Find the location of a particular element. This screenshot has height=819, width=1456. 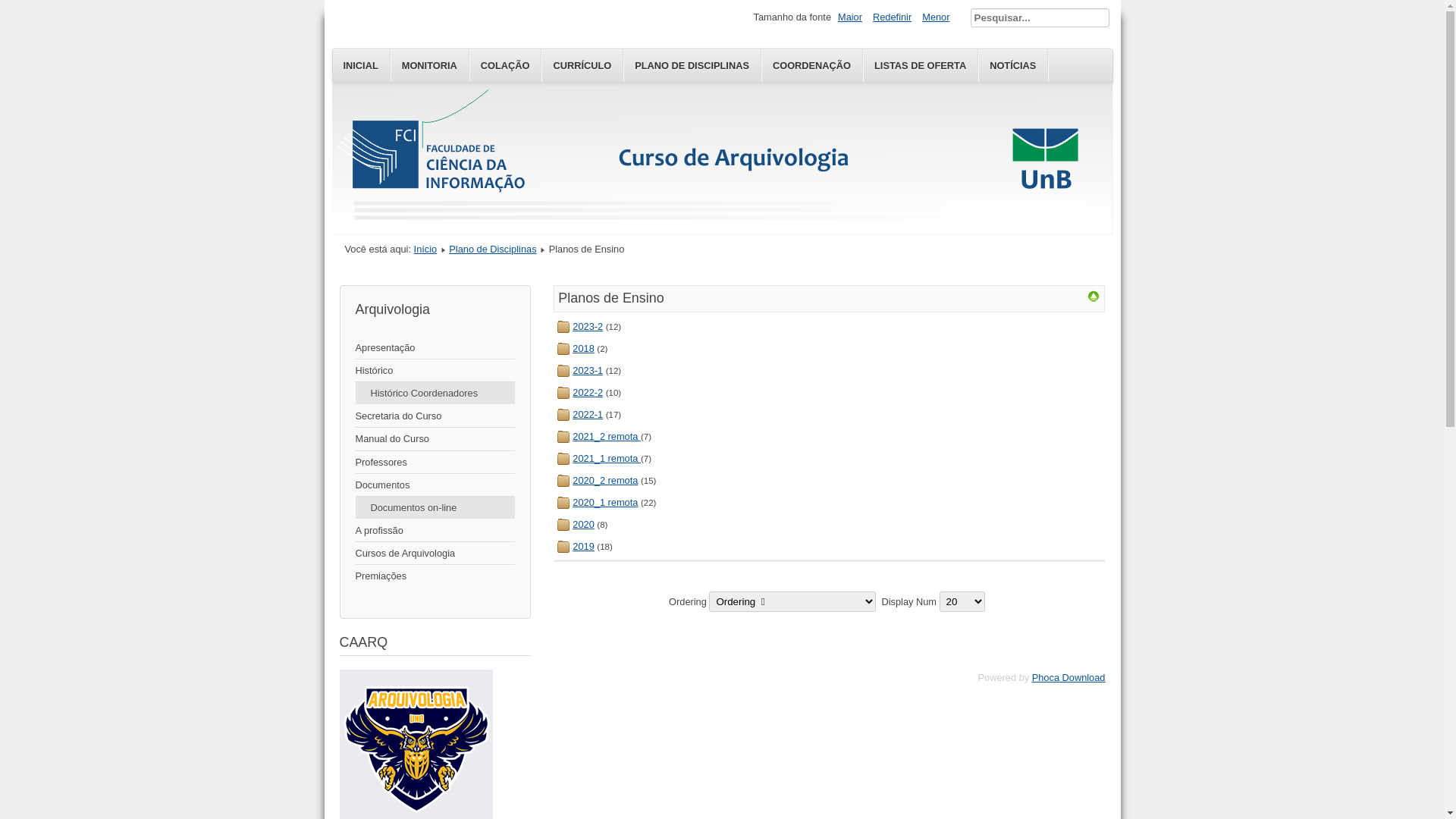

'2021_2 remota' is located at coordinates (607, 436).